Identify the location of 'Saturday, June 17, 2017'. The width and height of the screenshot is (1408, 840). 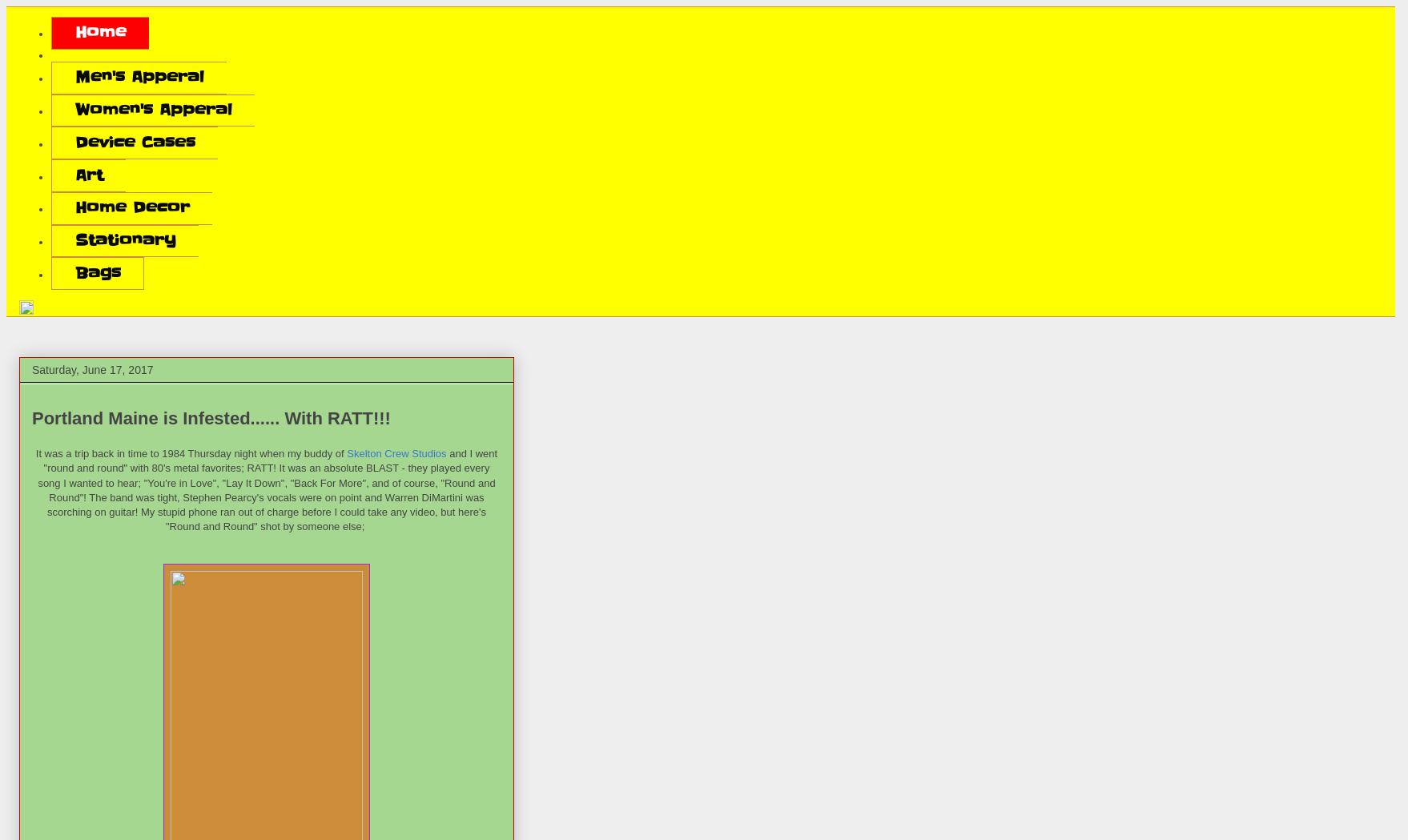
(92, 369).